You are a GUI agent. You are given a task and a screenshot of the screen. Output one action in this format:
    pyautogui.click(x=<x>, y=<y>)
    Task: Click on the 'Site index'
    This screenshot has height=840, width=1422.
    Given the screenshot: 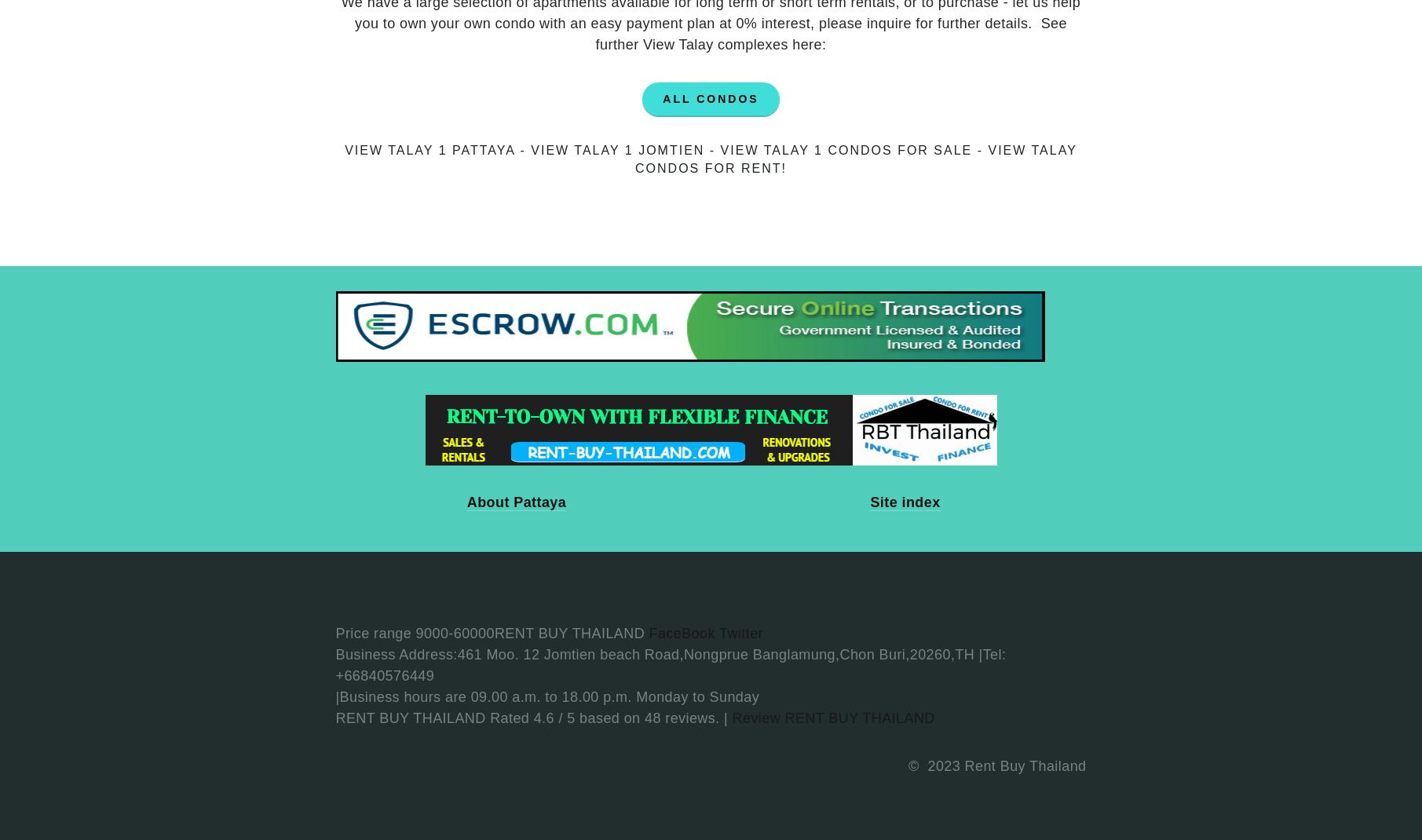 What is the action you would take?
    pyautogui.click(x=904, y=502)
    